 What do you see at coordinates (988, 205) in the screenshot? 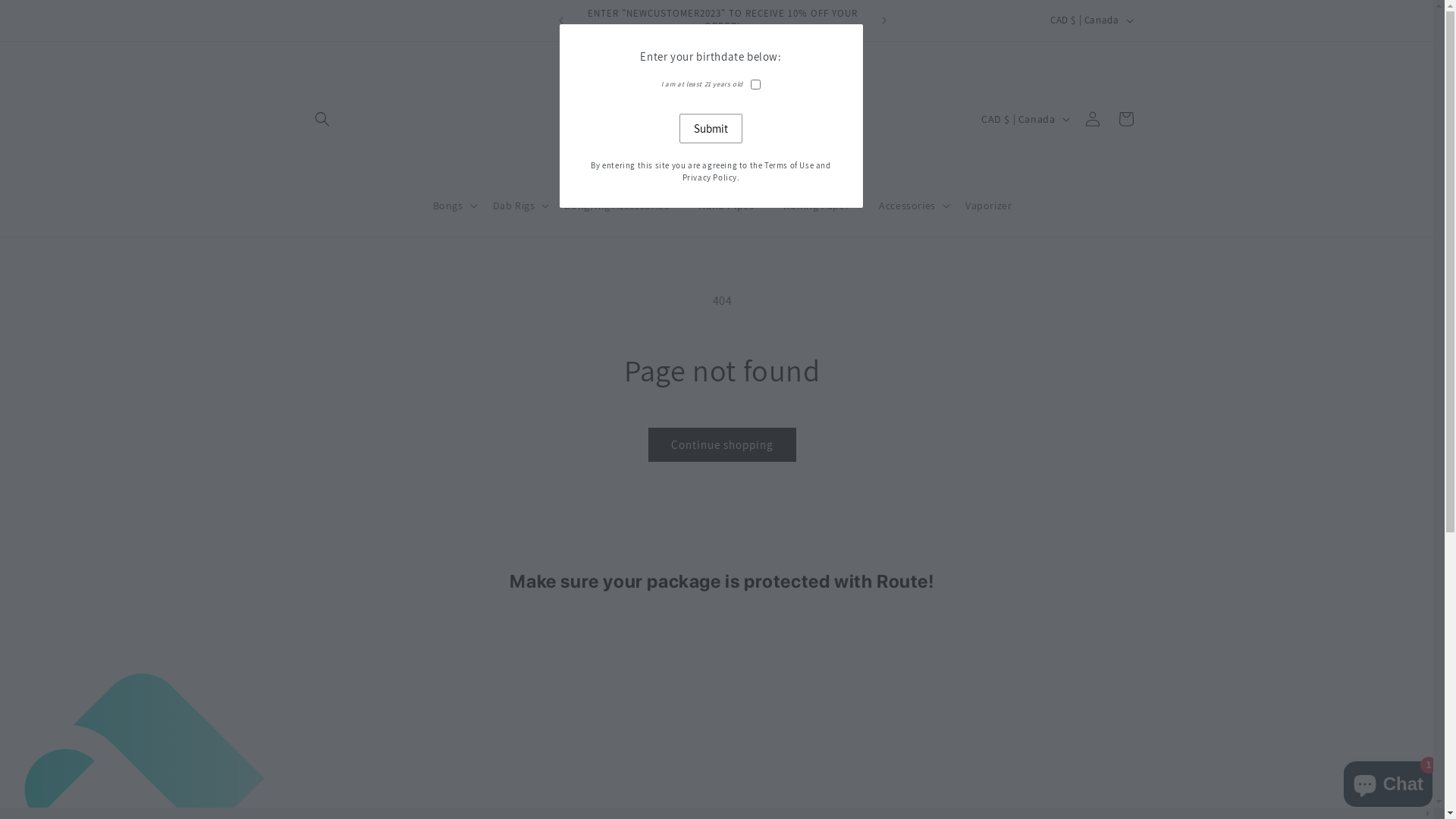
I see `'Vaporizer'` at bounding box center [988, 205].